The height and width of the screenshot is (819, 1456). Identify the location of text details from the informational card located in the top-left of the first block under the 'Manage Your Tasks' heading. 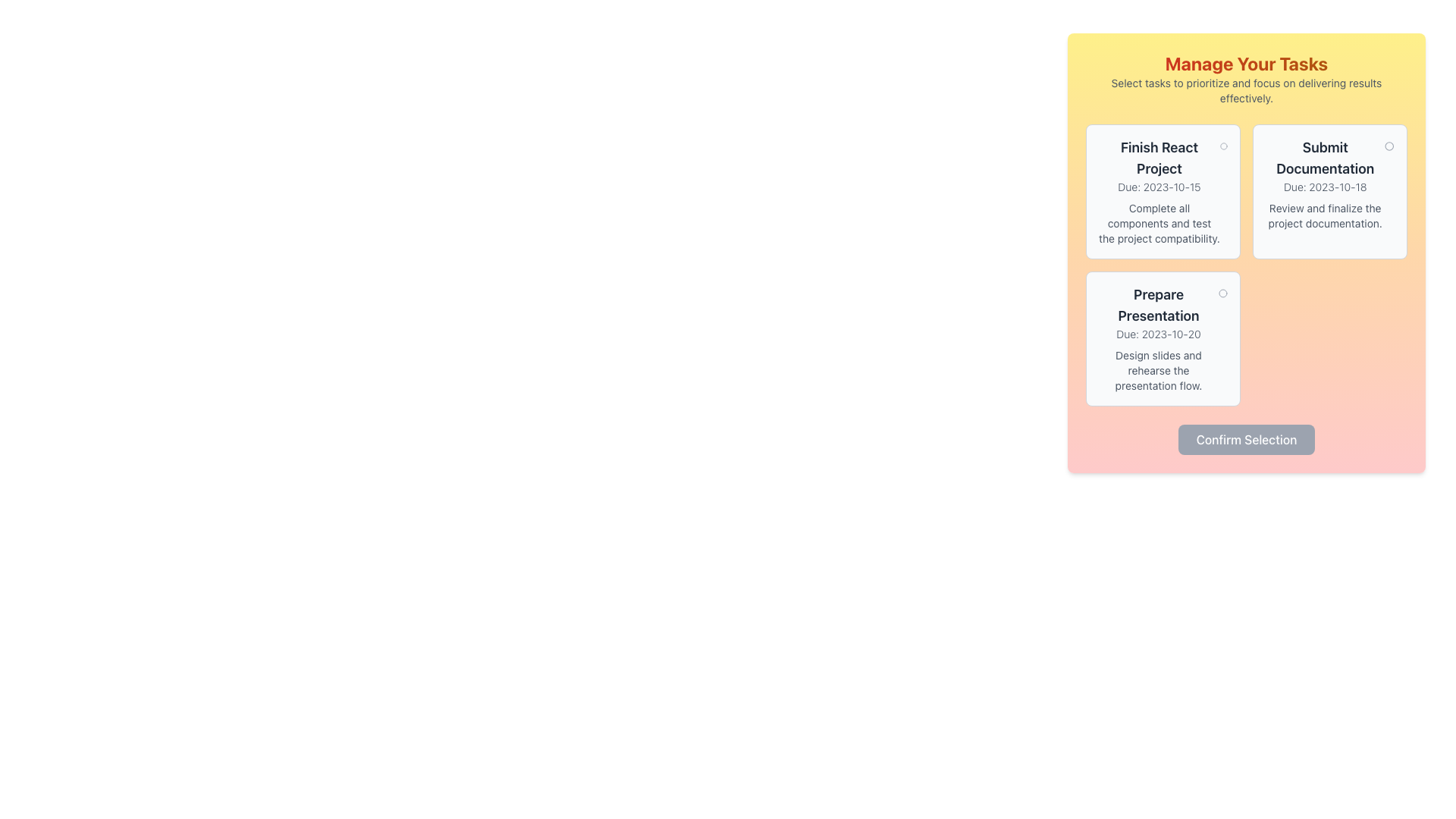
(1159, 191).